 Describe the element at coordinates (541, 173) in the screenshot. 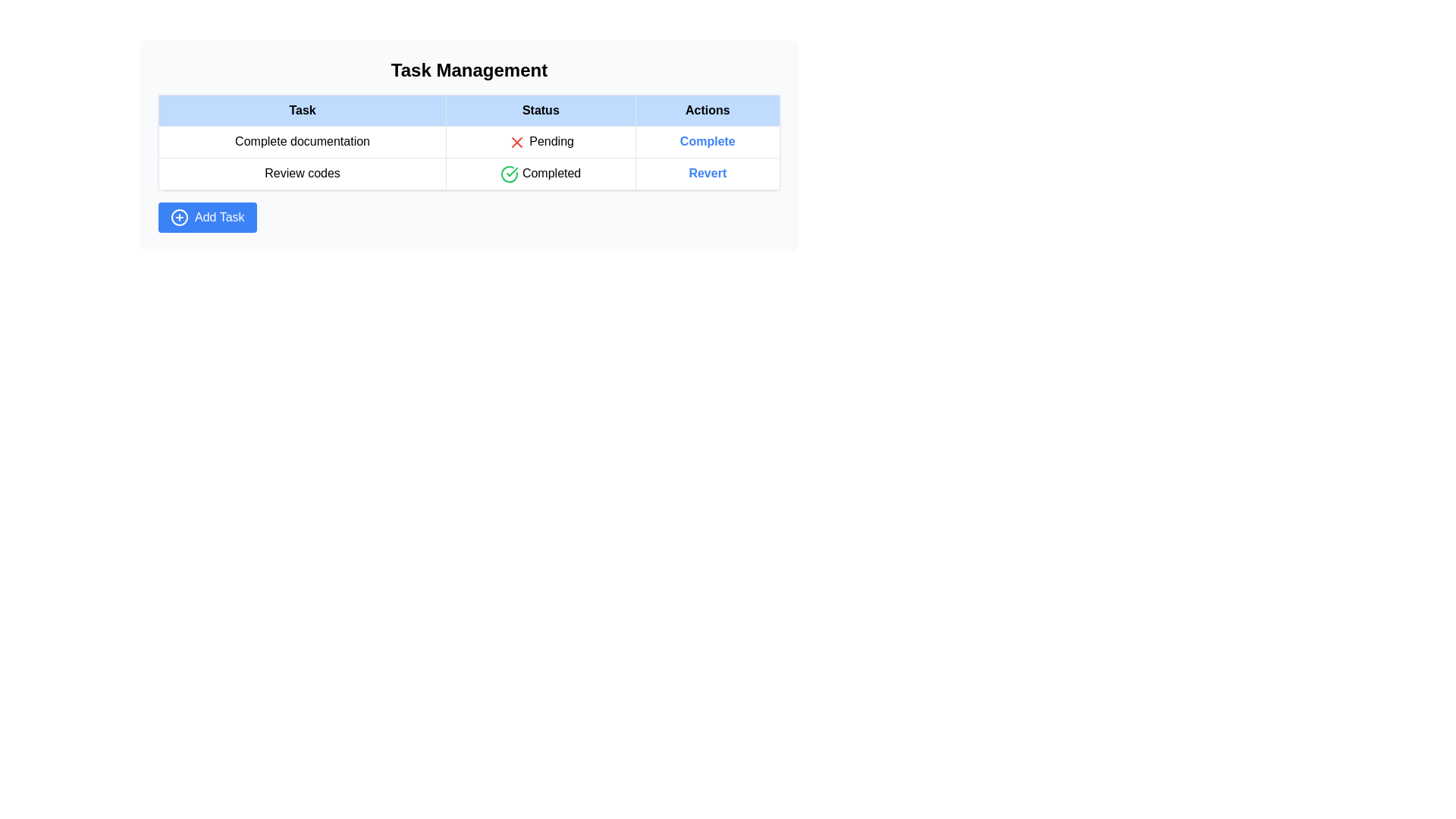

I see `the display label that shows 'Completed' with a green checkmark icon in the 'Status' column for the task 'Review codes'` at that location.